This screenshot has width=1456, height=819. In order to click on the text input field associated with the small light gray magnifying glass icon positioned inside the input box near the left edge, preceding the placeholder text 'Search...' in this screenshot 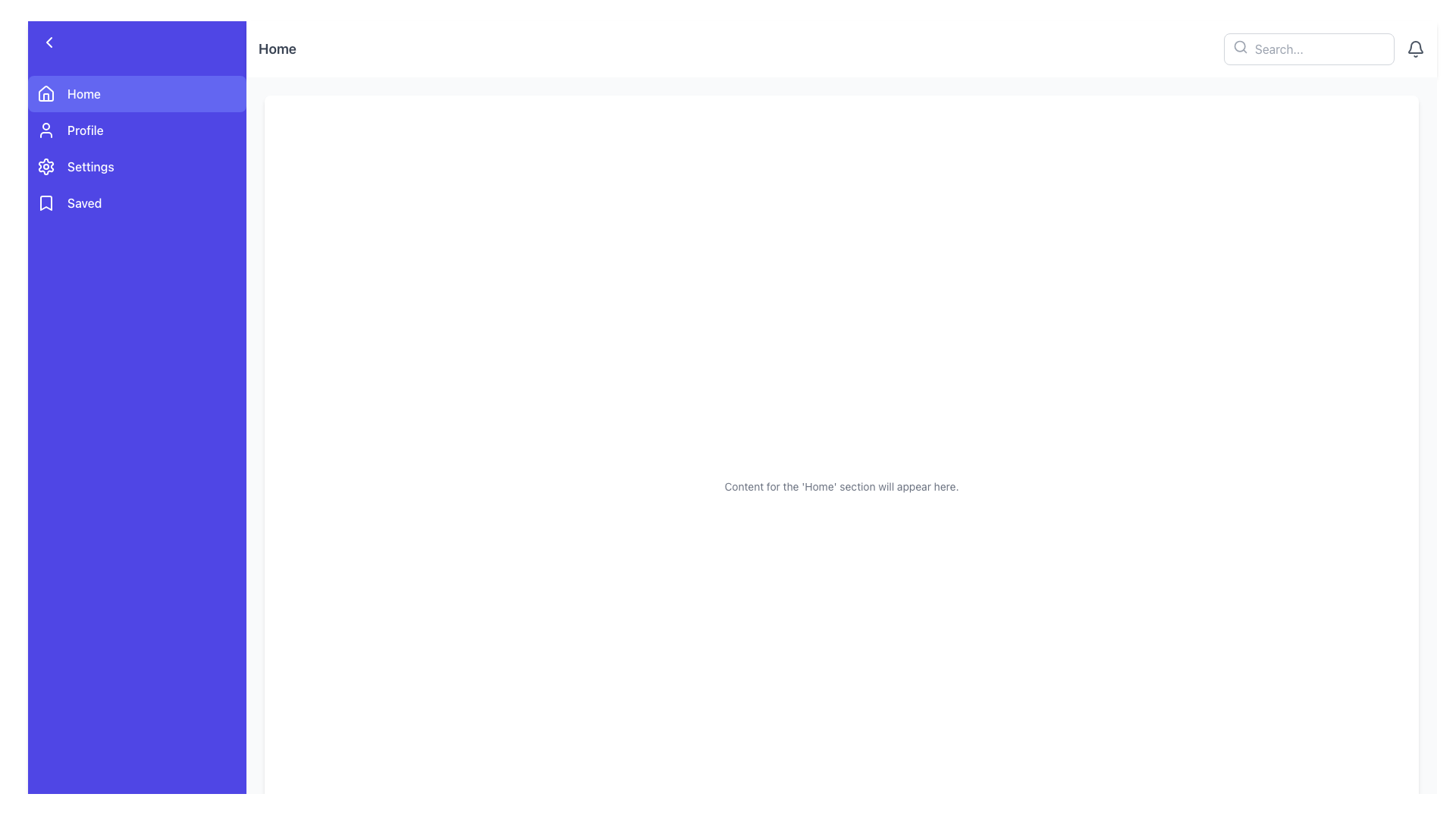, I will do `click(1241, 45)`.